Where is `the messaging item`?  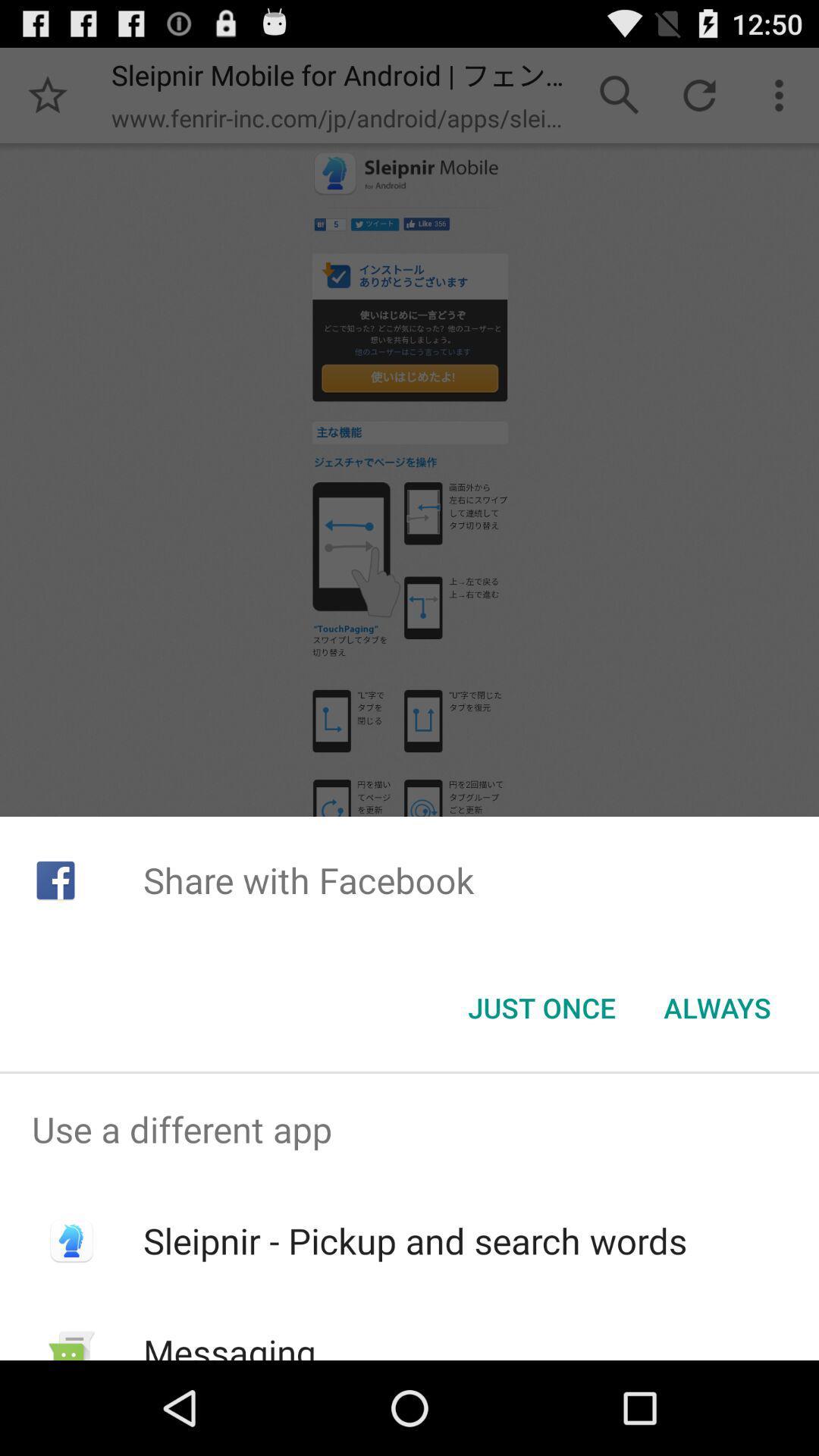
the messaging item is located at coordinates (230, 1344).